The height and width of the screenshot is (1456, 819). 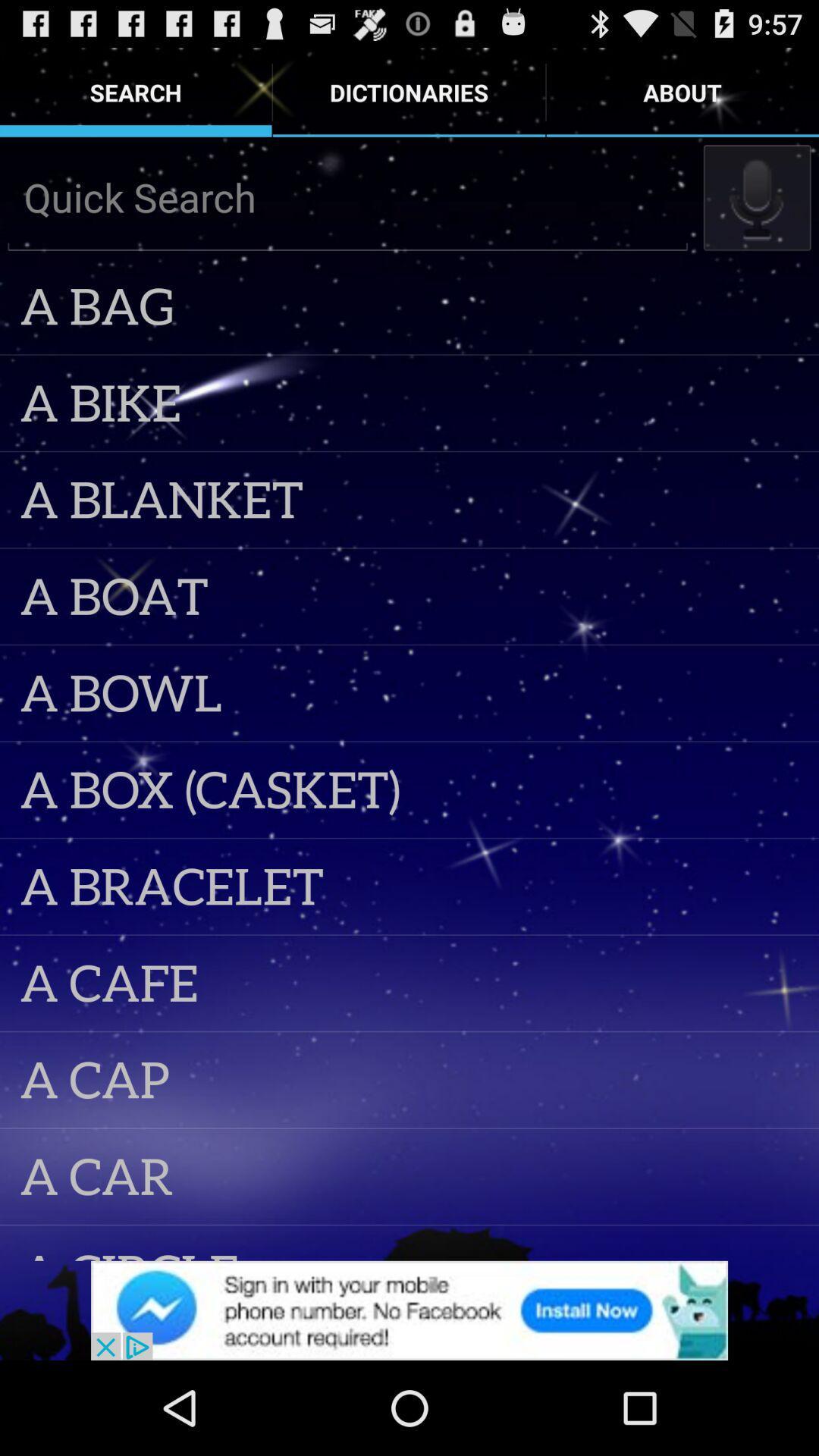 What do you see at coordinates (682, 91) in the screenshot?
I see `the tab on the top right corner of the web page` at bounding box center [682, 91].